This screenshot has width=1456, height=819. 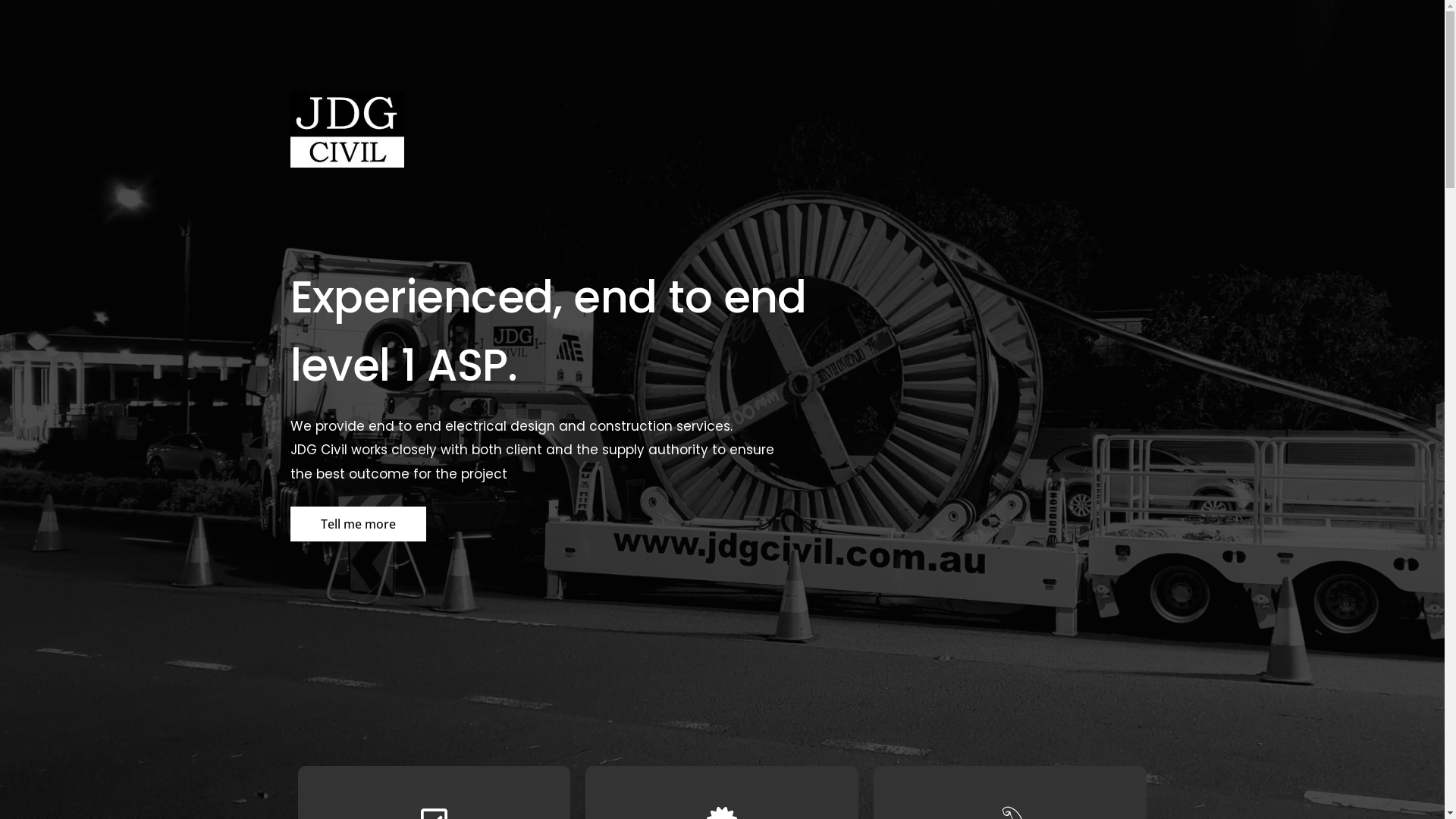 What do you see at coordinates (345, 128) in the screenshot?
I see `'JDG Civil Logo copy'` at bounding box center [345, 128].